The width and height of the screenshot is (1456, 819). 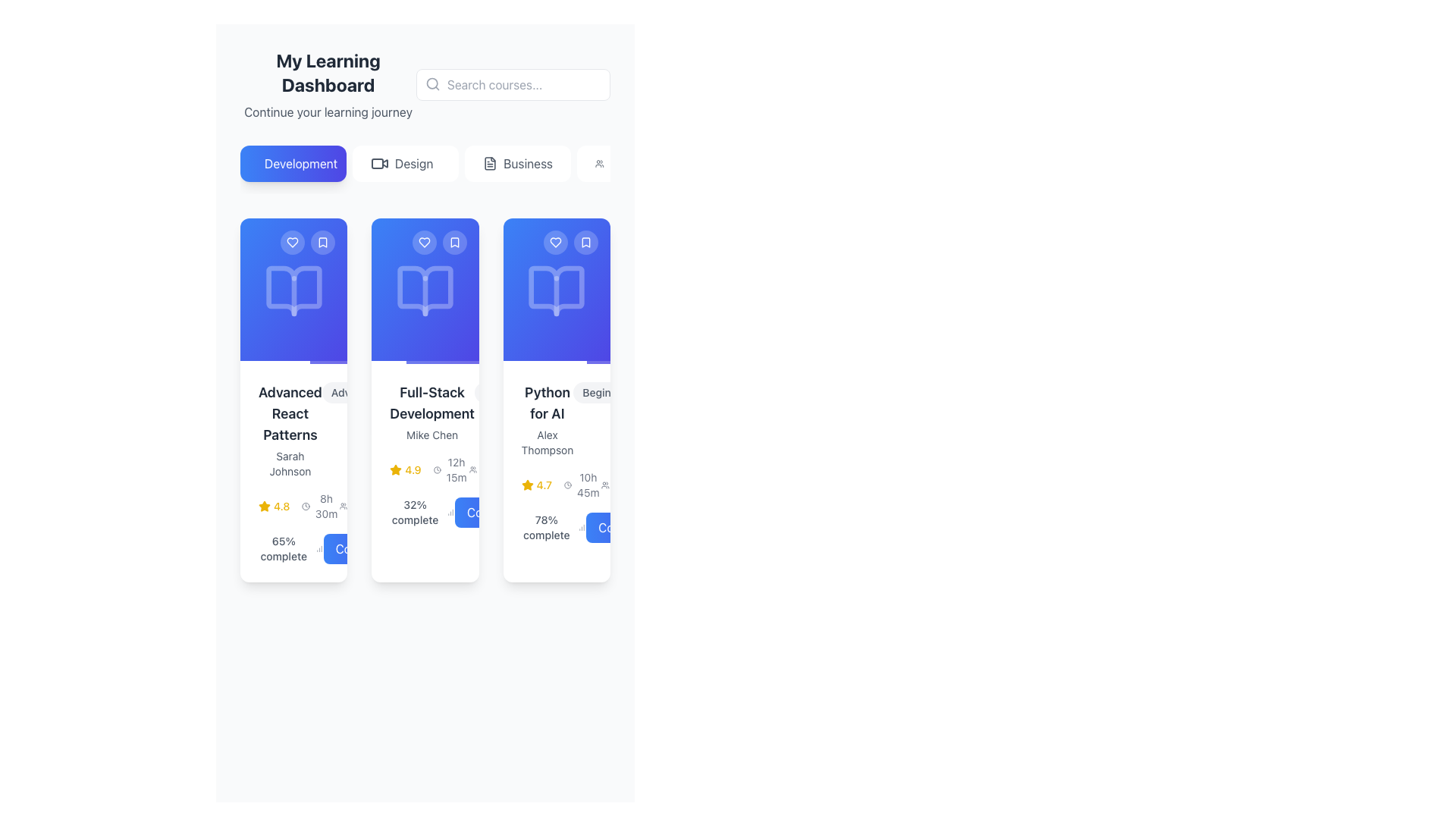 I want to click on the heart icon button, which is an outlined heart shape on a transparent background, located at the top center of the first learning card to favorite or like the course, so click(x=293, y=242).